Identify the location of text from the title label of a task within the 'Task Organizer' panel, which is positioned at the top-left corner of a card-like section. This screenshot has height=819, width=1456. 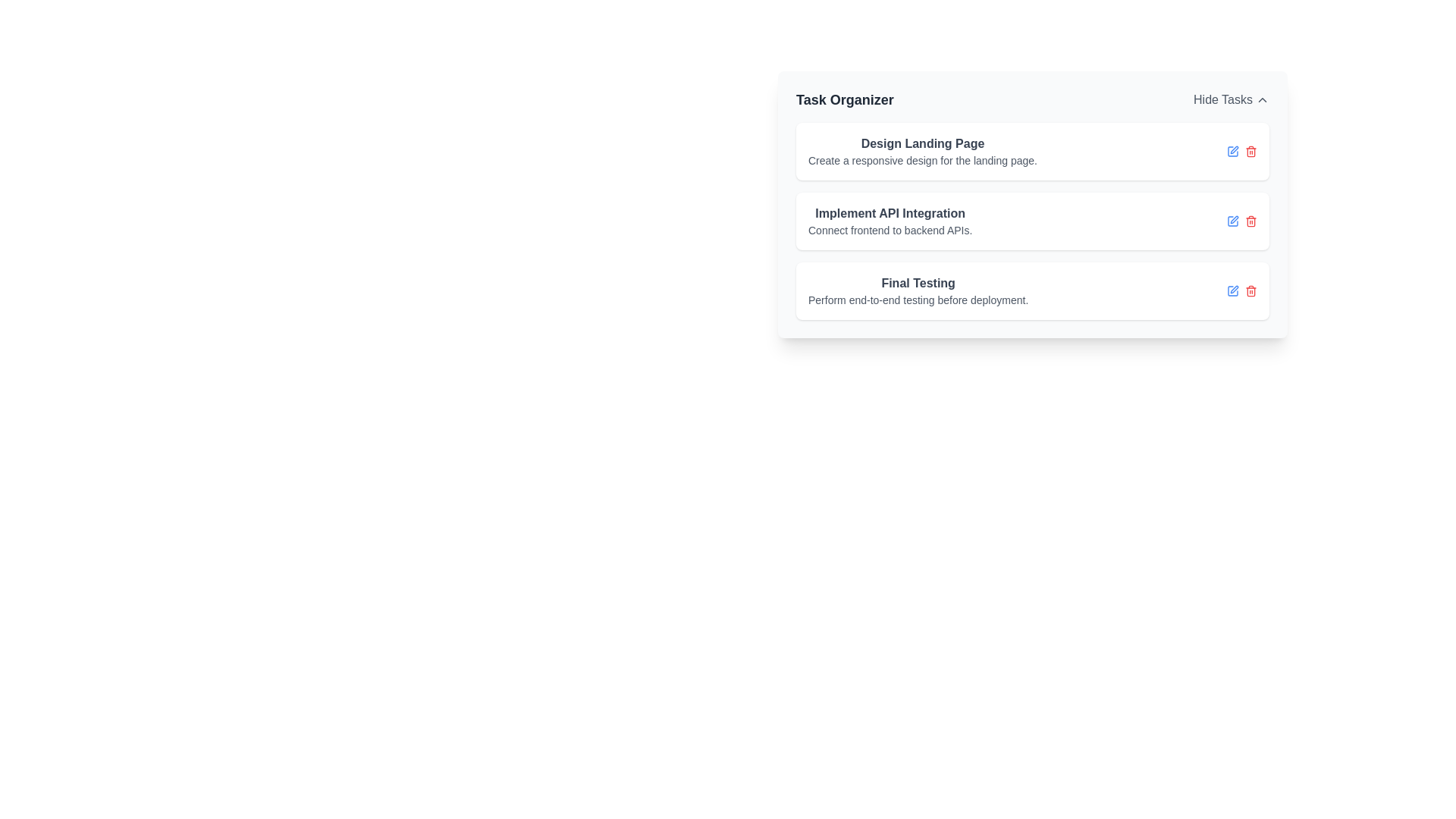
(921, 143).